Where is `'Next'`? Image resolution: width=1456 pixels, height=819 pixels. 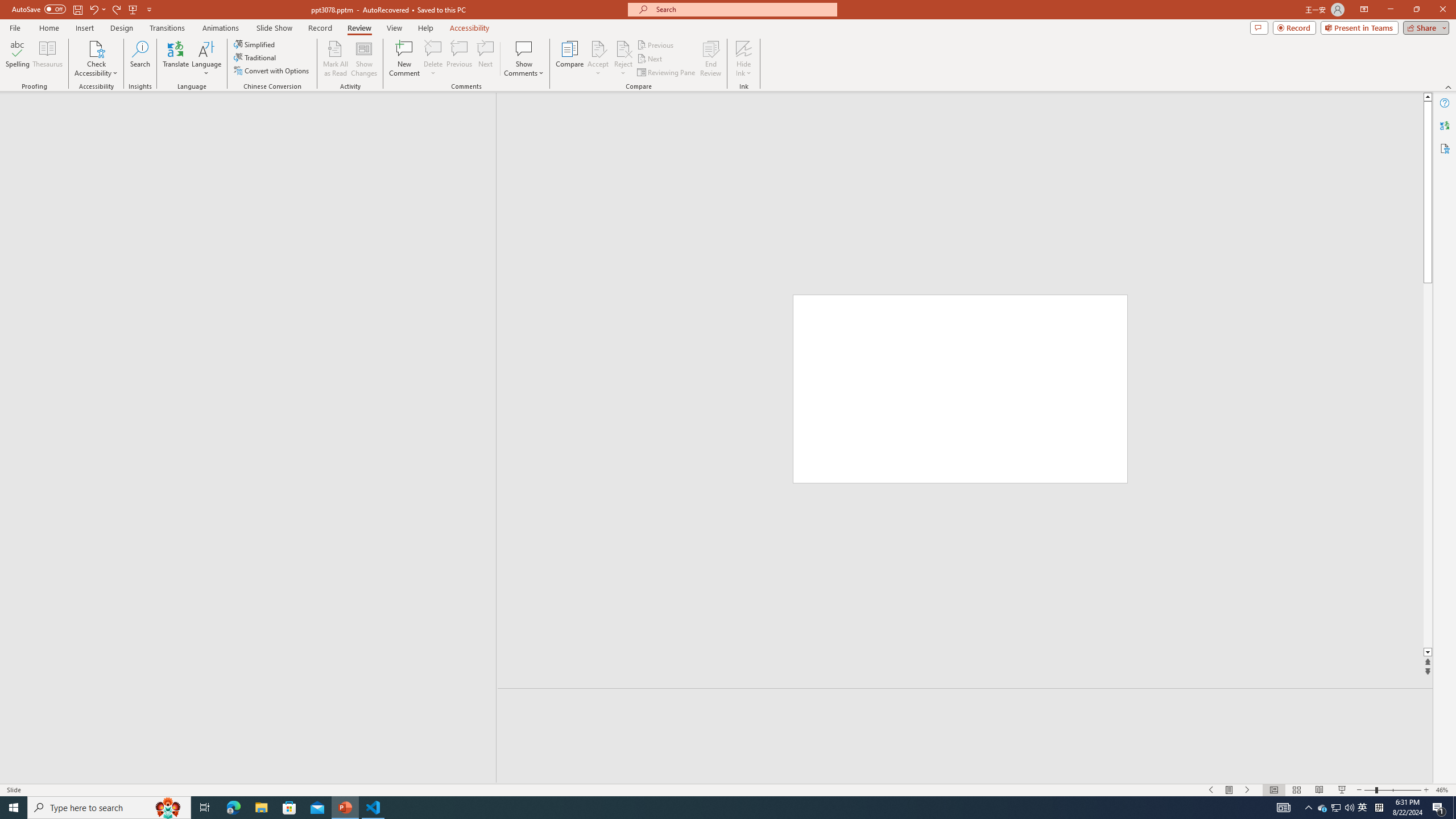
'Next' is located at coordinates (650, 59).